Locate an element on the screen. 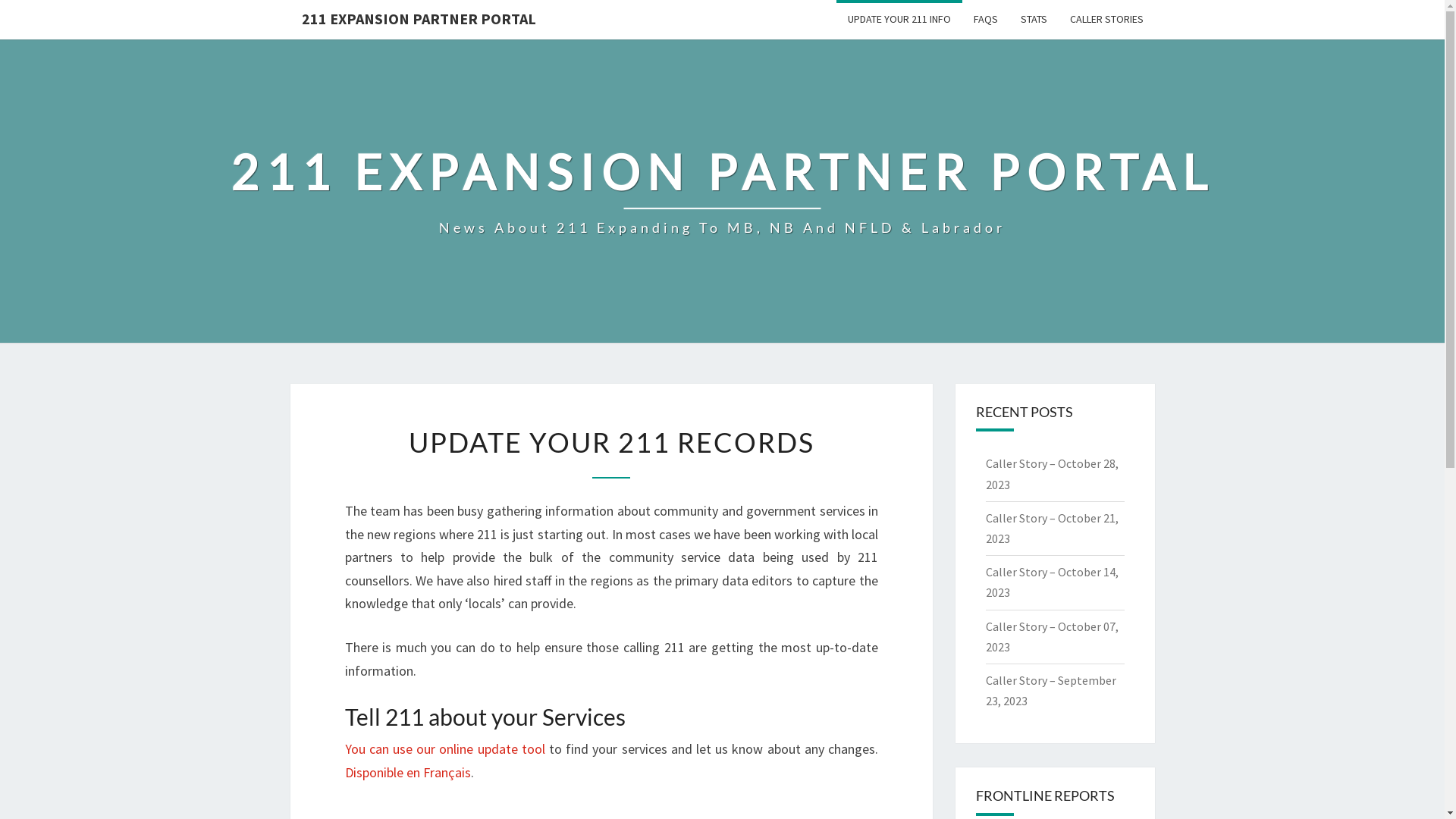  'Disponible en F' is located at coordinates (386, 772).